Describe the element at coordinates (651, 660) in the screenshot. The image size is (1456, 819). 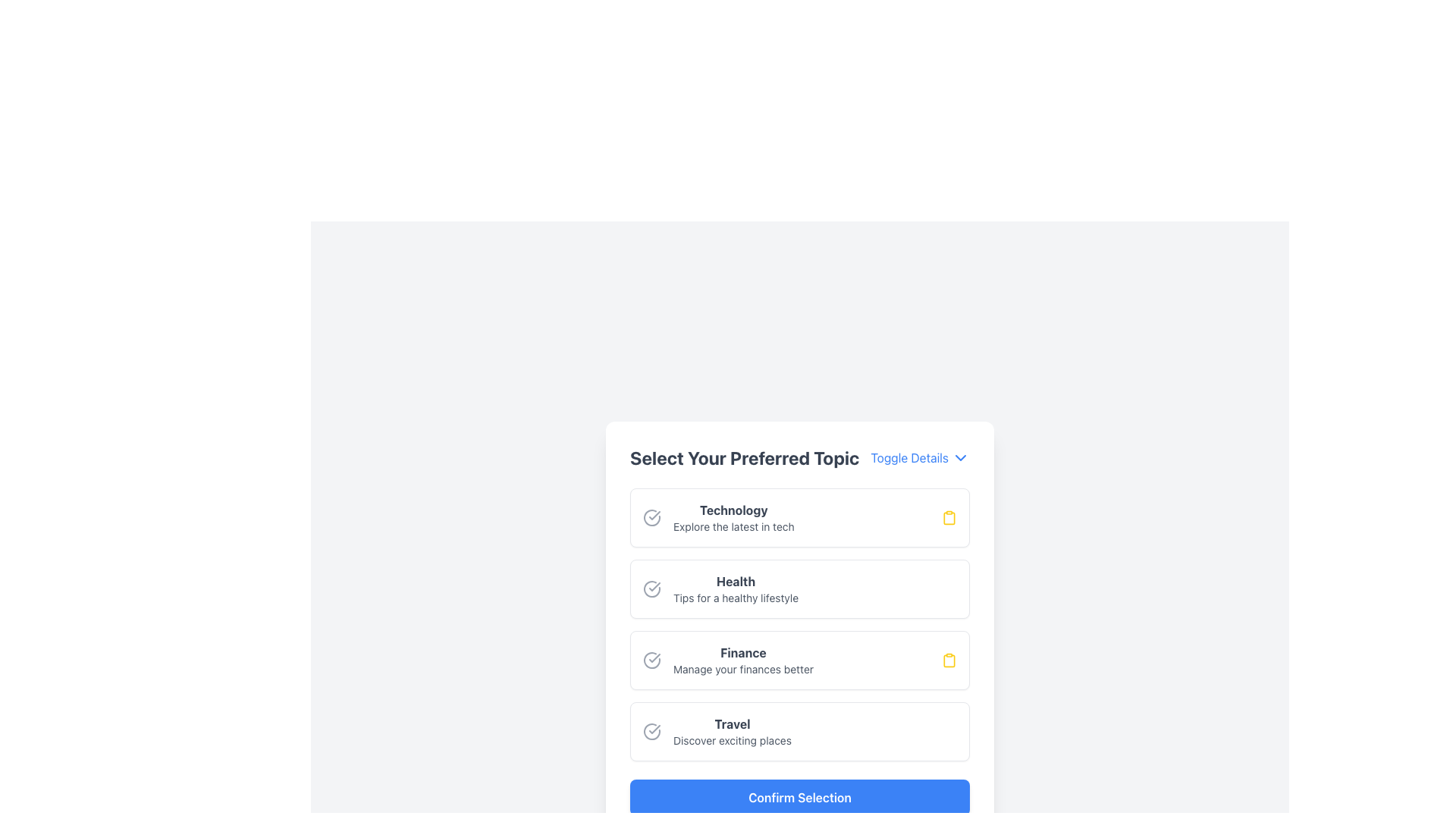
I see `the decorative SVG icon located within the circle-shaped graphic icon to the left of the 'Finance' topic` at that location.